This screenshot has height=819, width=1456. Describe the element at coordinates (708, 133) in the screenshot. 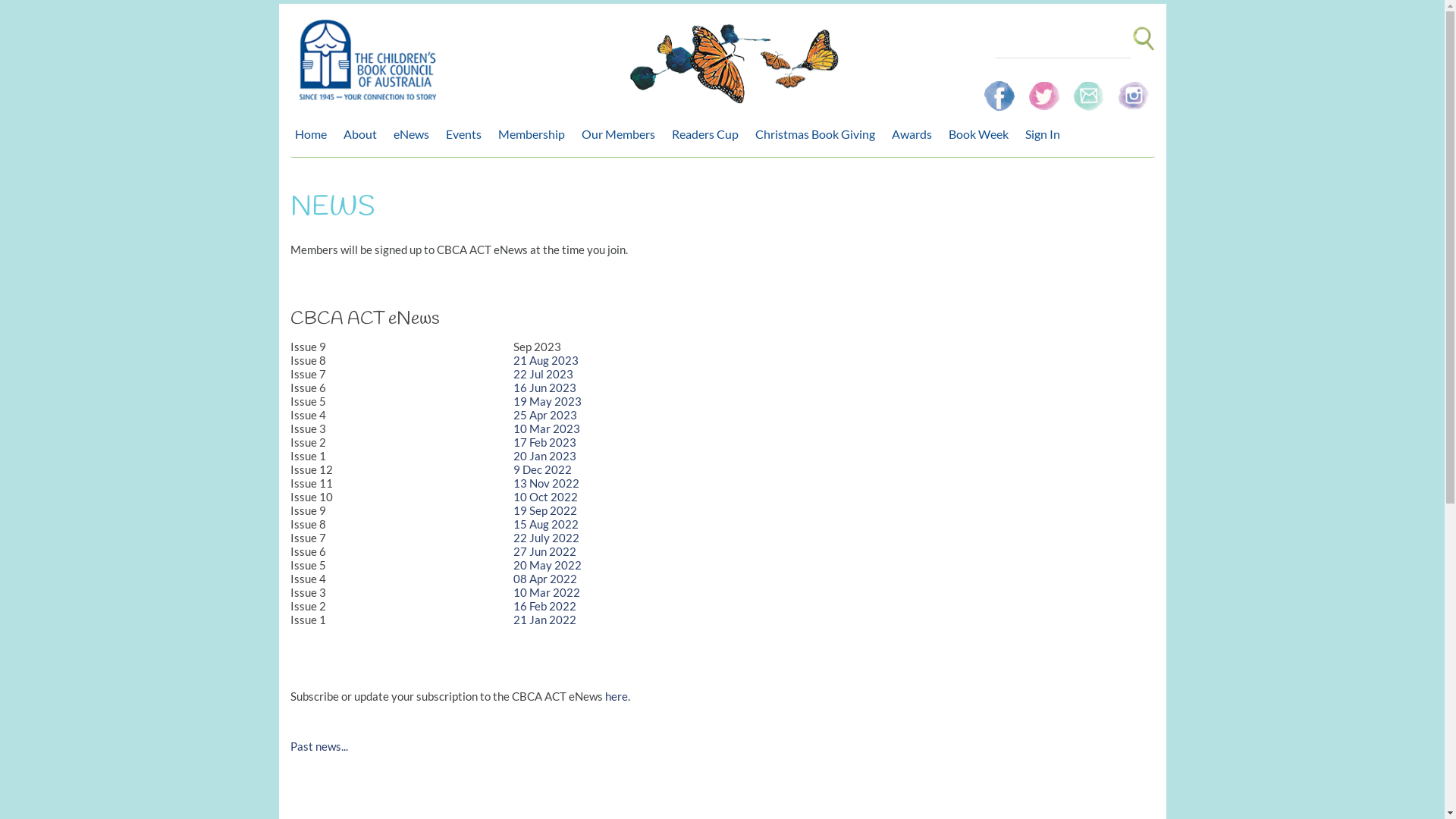

I see `'Readers Cup'` at that location.